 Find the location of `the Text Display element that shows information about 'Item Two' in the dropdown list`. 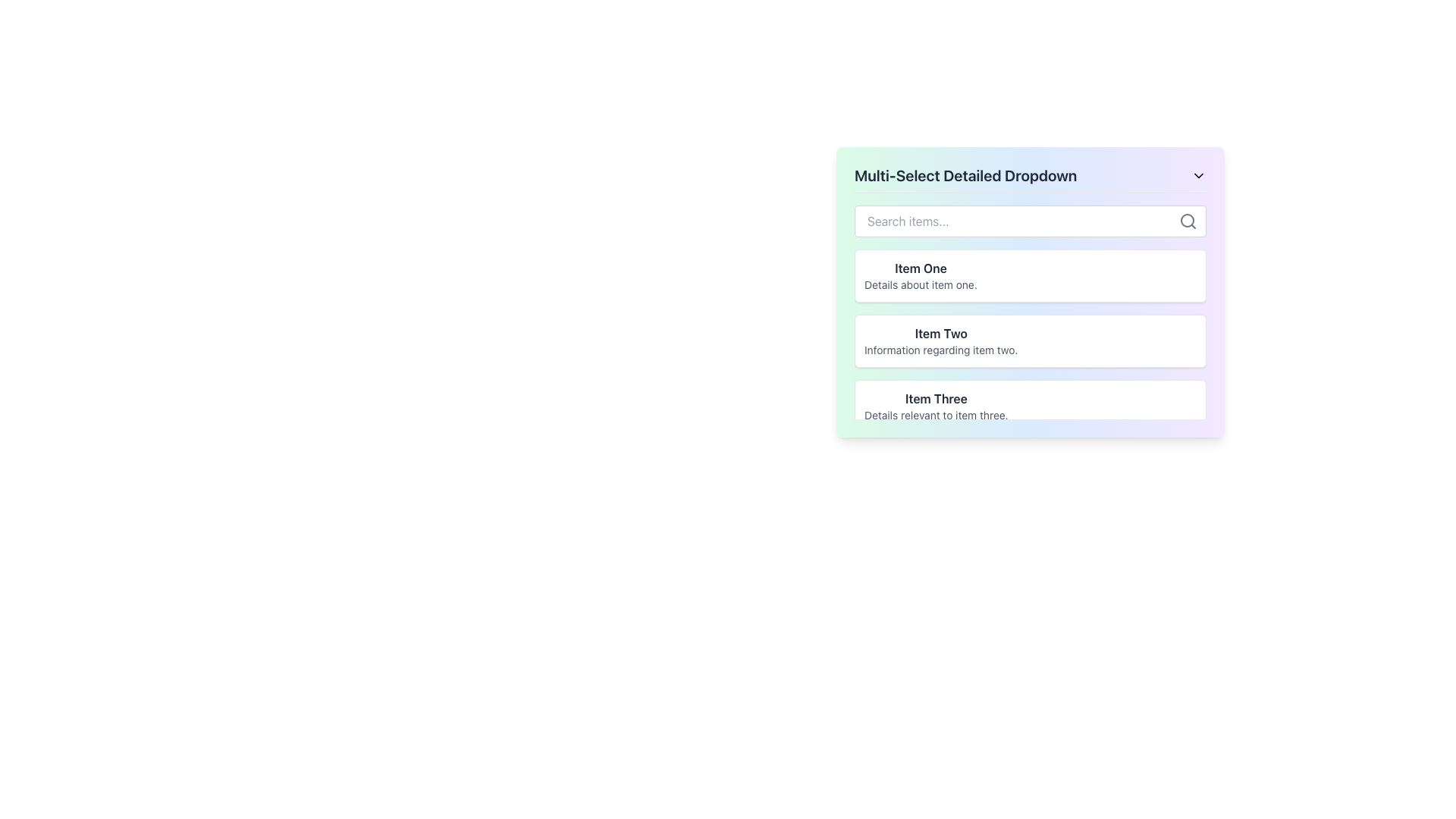

the Text Display element that shows information about 'Item Two' in the dropdown list is located at coordinates (940, 341).